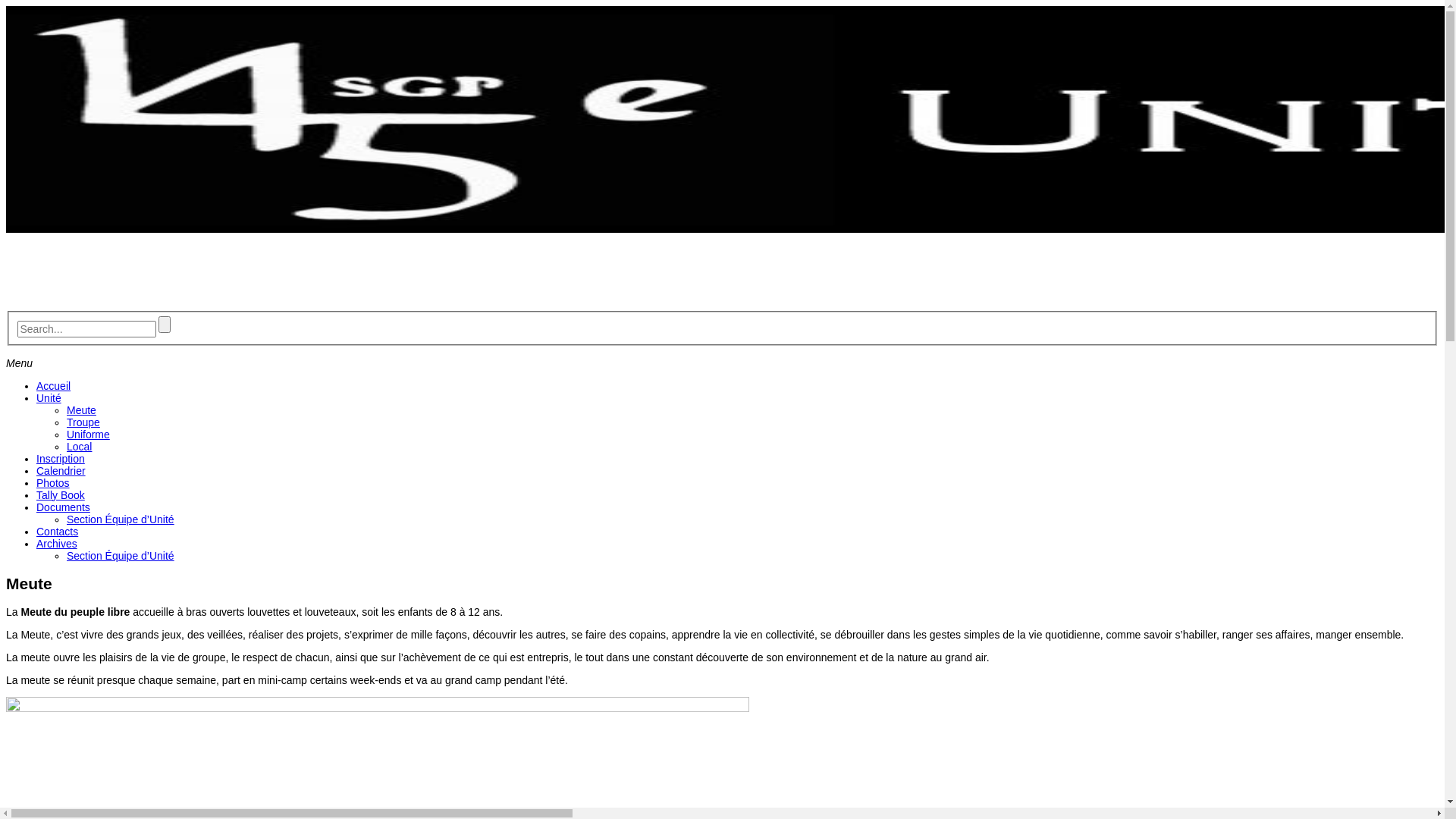 This screenshot has width=1456, height=819. What do you see at coordinates (80, 409) in the screenshot?
I see `'Meute'` at bounding box center [80, 409].